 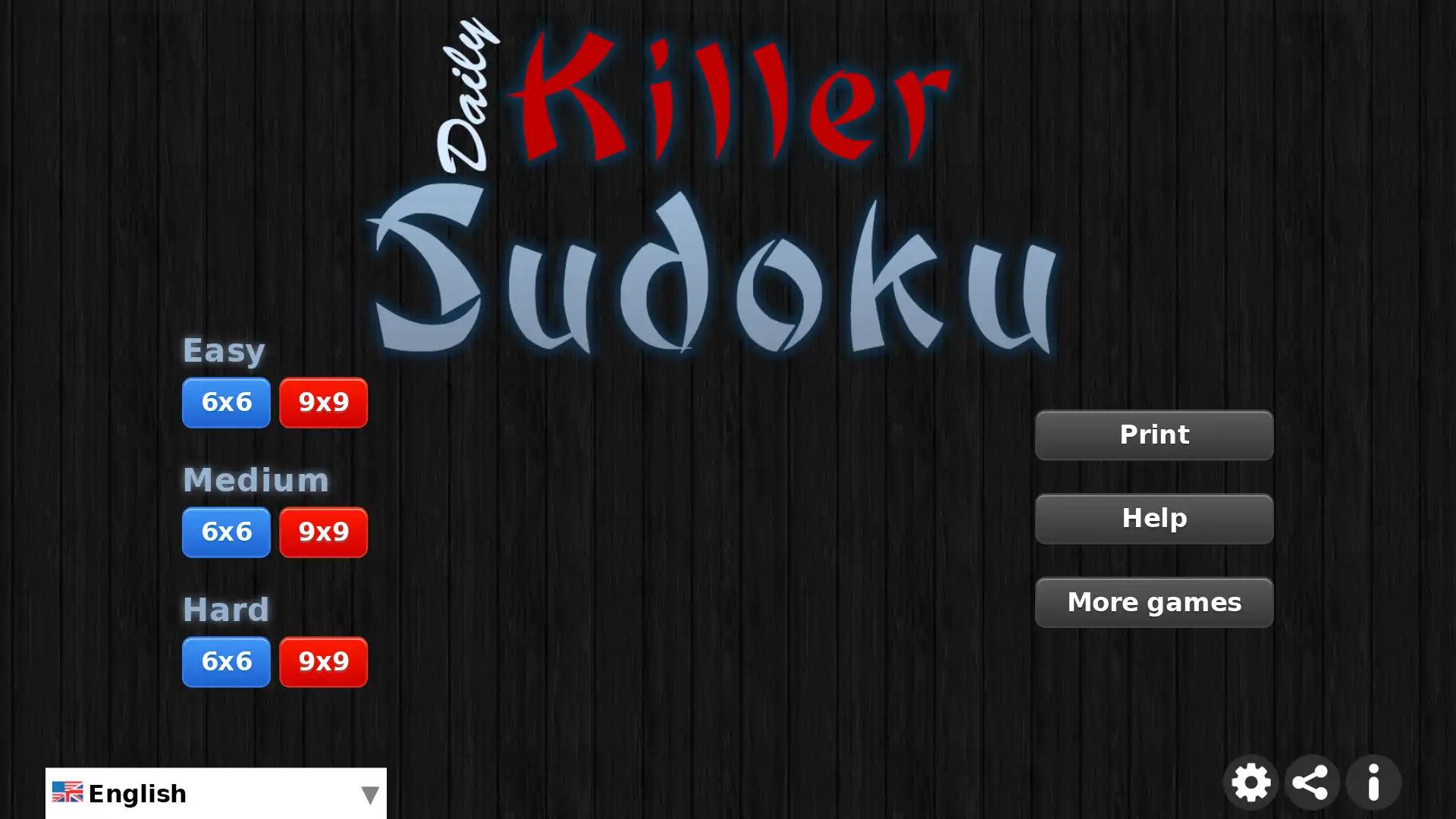 What do you see at coordinates (225, 531) in the screenshot?
I see `6x6` at bounding box center [225, 531].